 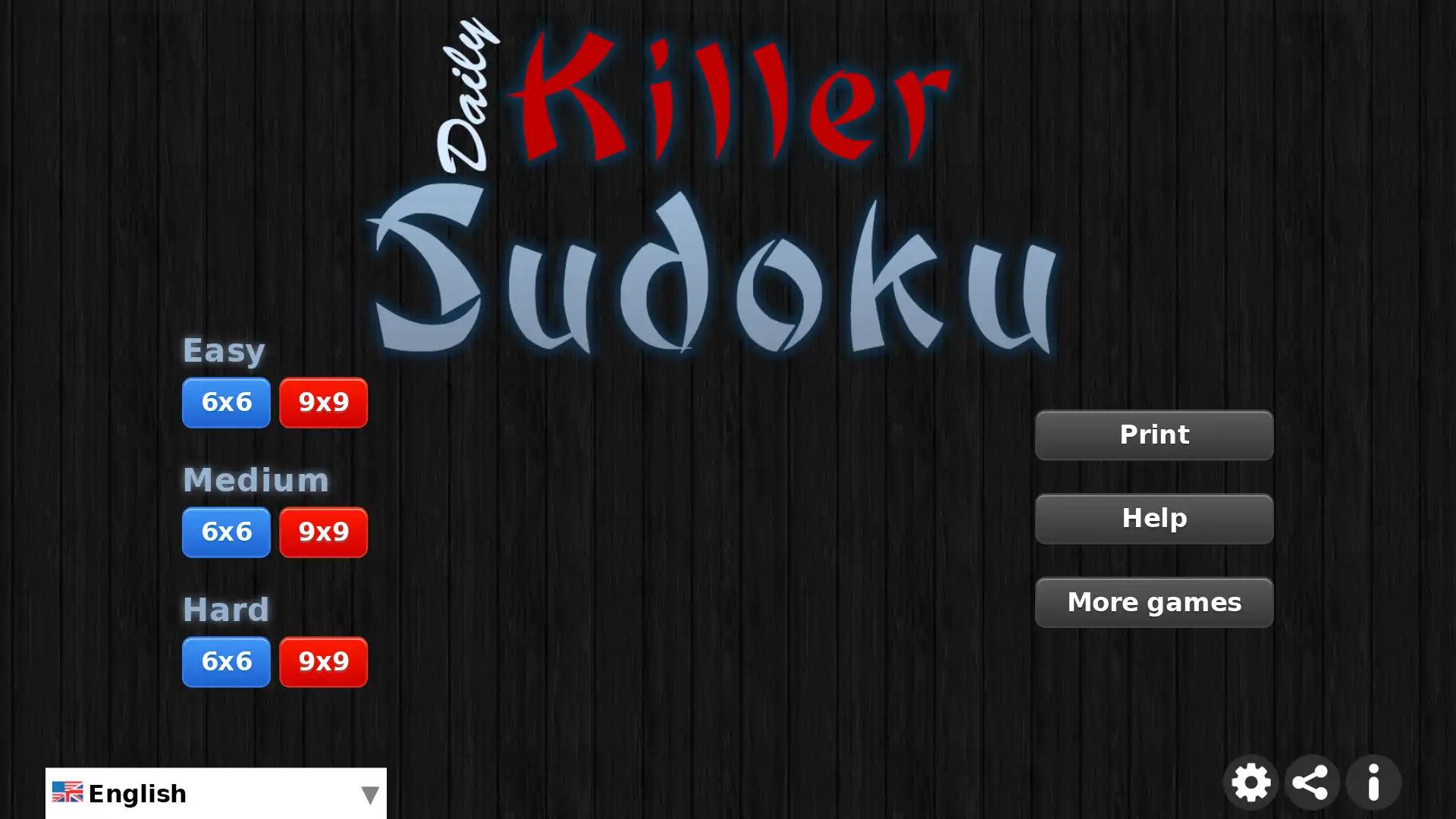 What do you see at coordinates (225, 531) in the screenshot?
I see `6x6` at bounding box center [225, 531].